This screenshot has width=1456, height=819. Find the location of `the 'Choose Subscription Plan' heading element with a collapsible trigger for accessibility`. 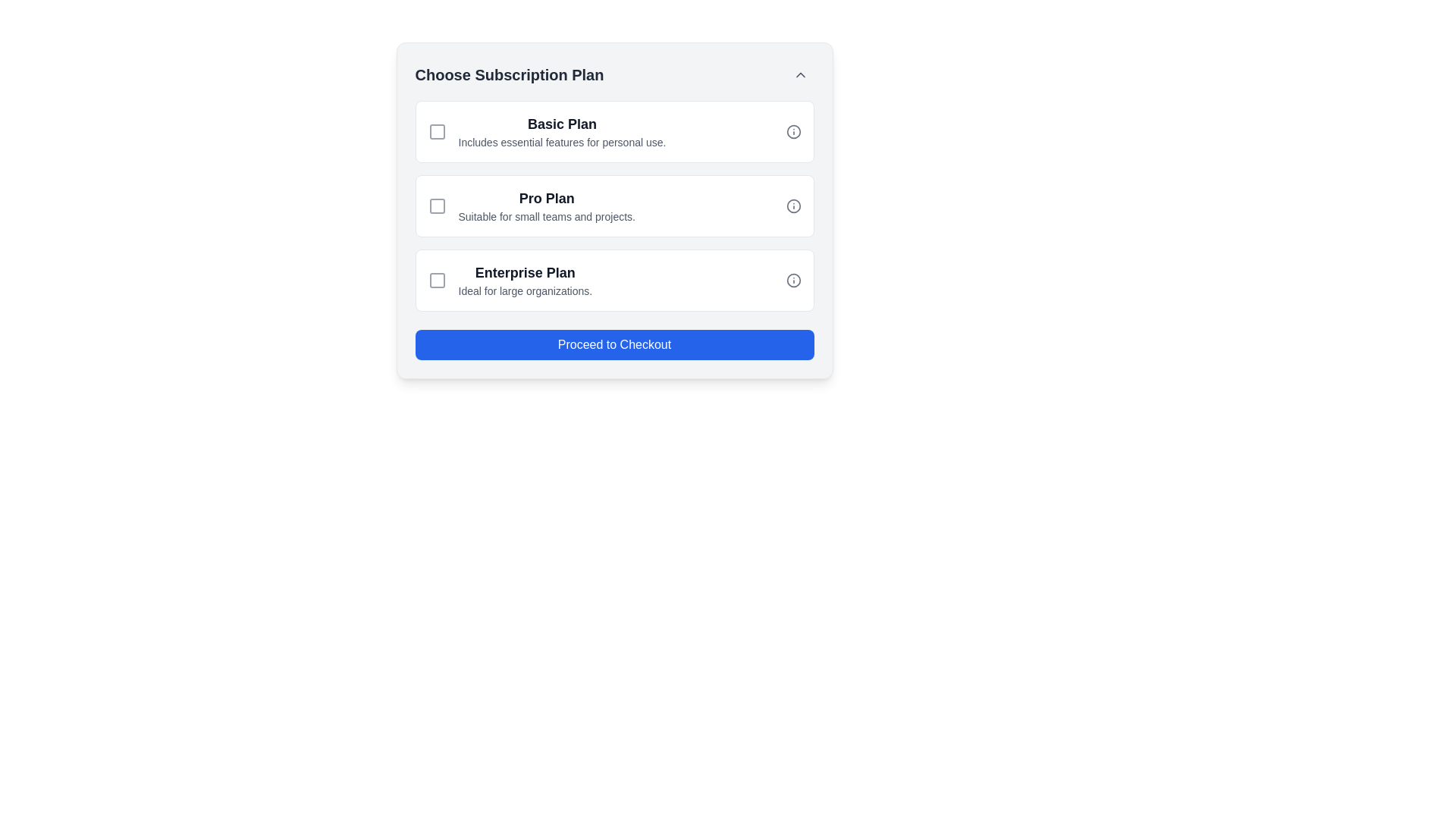

the 'Choose Subscription Plan' heading element with a collapsible trigger for accessibility is located at coordinates (614, 75).